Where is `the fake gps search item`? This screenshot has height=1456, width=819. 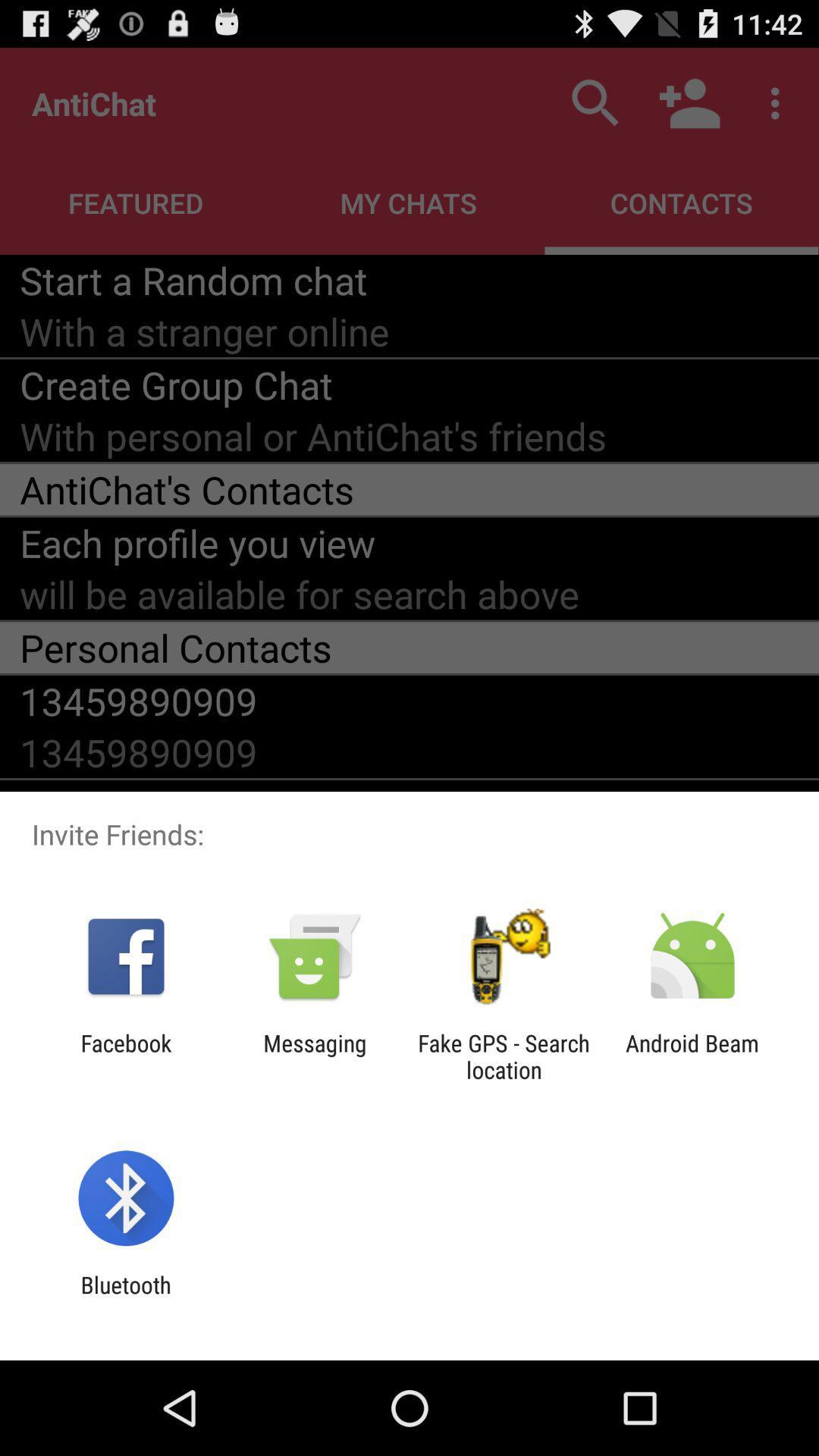
the fake gps search item is located at coordinates (504, 1056).